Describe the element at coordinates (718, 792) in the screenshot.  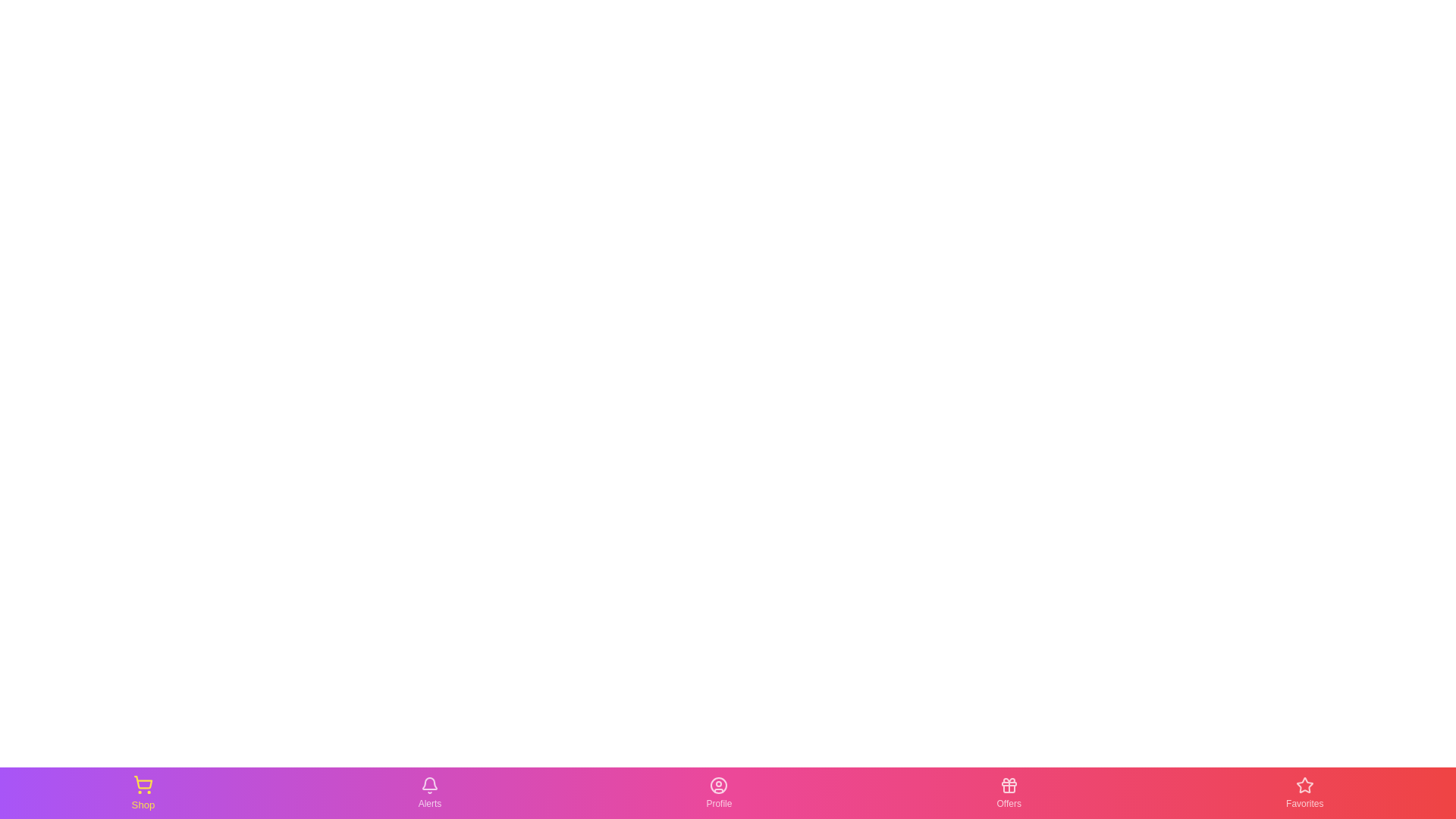
I see `the Profile tab in the bottom navigation bar` at that location.